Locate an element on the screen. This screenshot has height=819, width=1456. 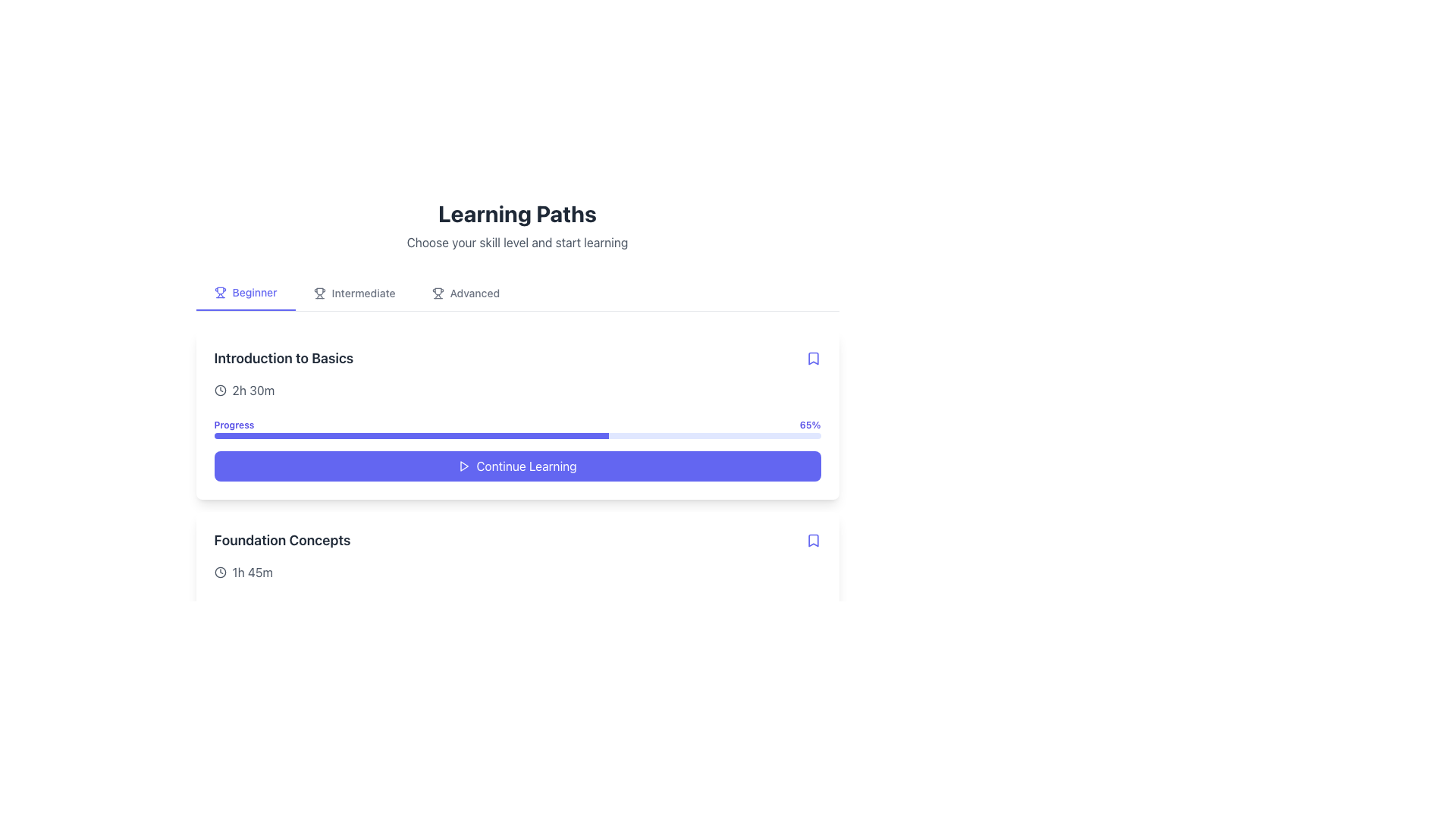
the small trophy icon located in the 'Beginner' tab, which is styled with a thin, outlined design and positioned to the left of the 'Beginner' label is located at coordinates (219, 292).